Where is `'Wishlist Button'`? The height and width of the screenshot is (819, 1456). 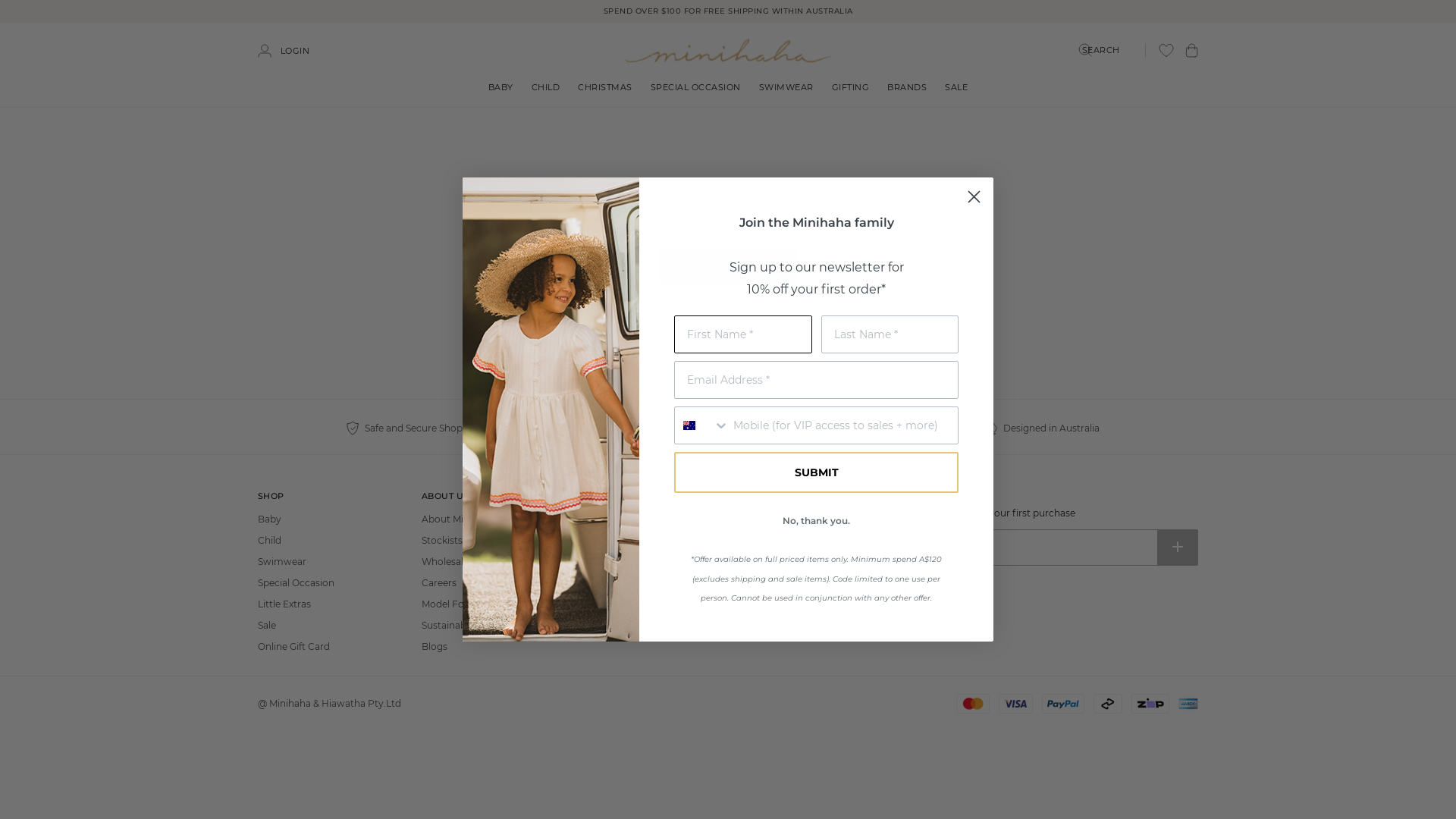 'Wishlist Button' is located at coordinates (1165, 49).